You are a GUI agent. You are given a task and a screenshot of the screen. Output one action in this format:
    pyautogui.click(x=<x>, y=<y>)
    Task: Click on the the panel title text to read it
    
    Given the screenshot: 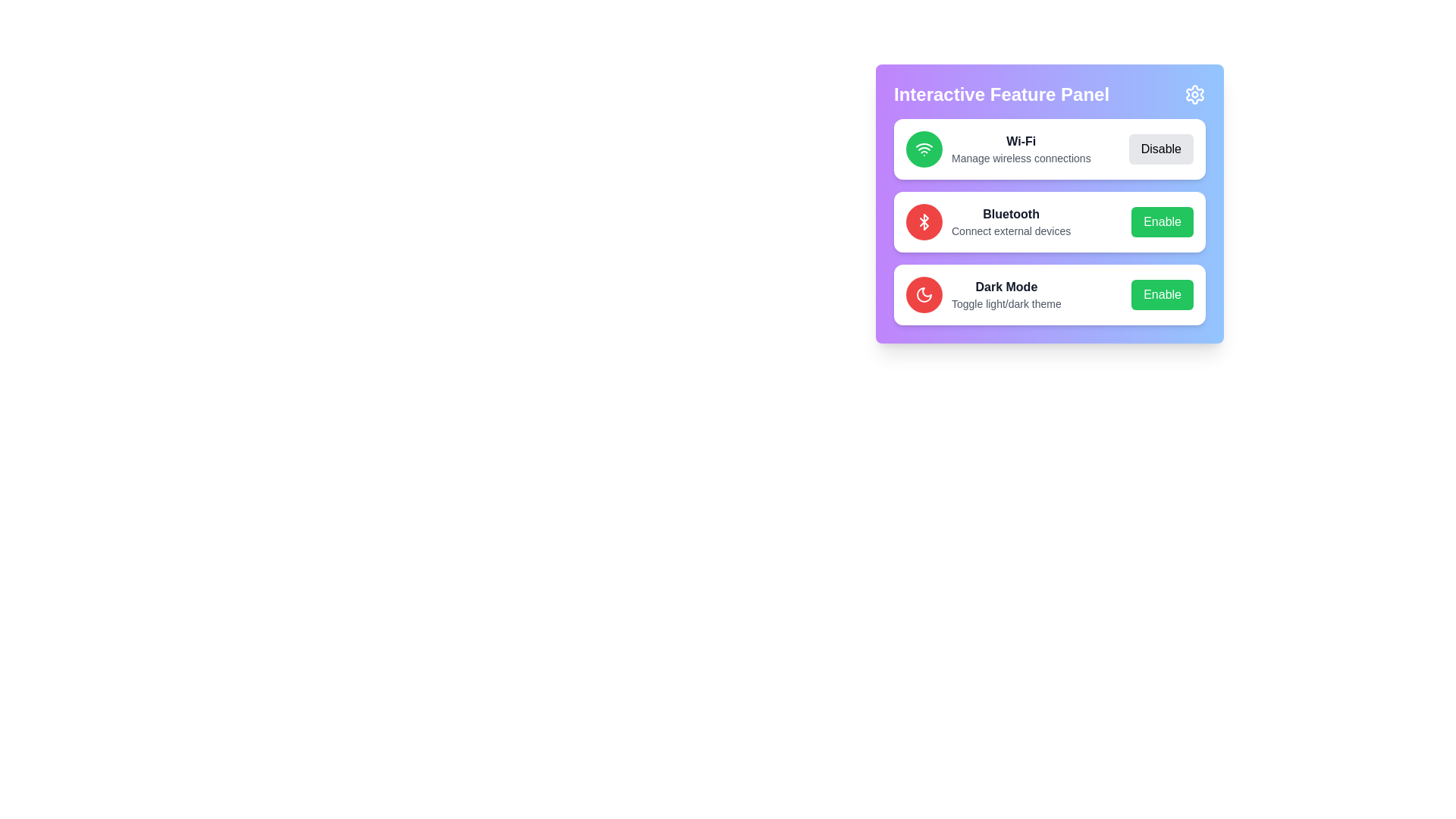 What is the action you would take?
    pyautogui.click(x=1049, y=94)
    